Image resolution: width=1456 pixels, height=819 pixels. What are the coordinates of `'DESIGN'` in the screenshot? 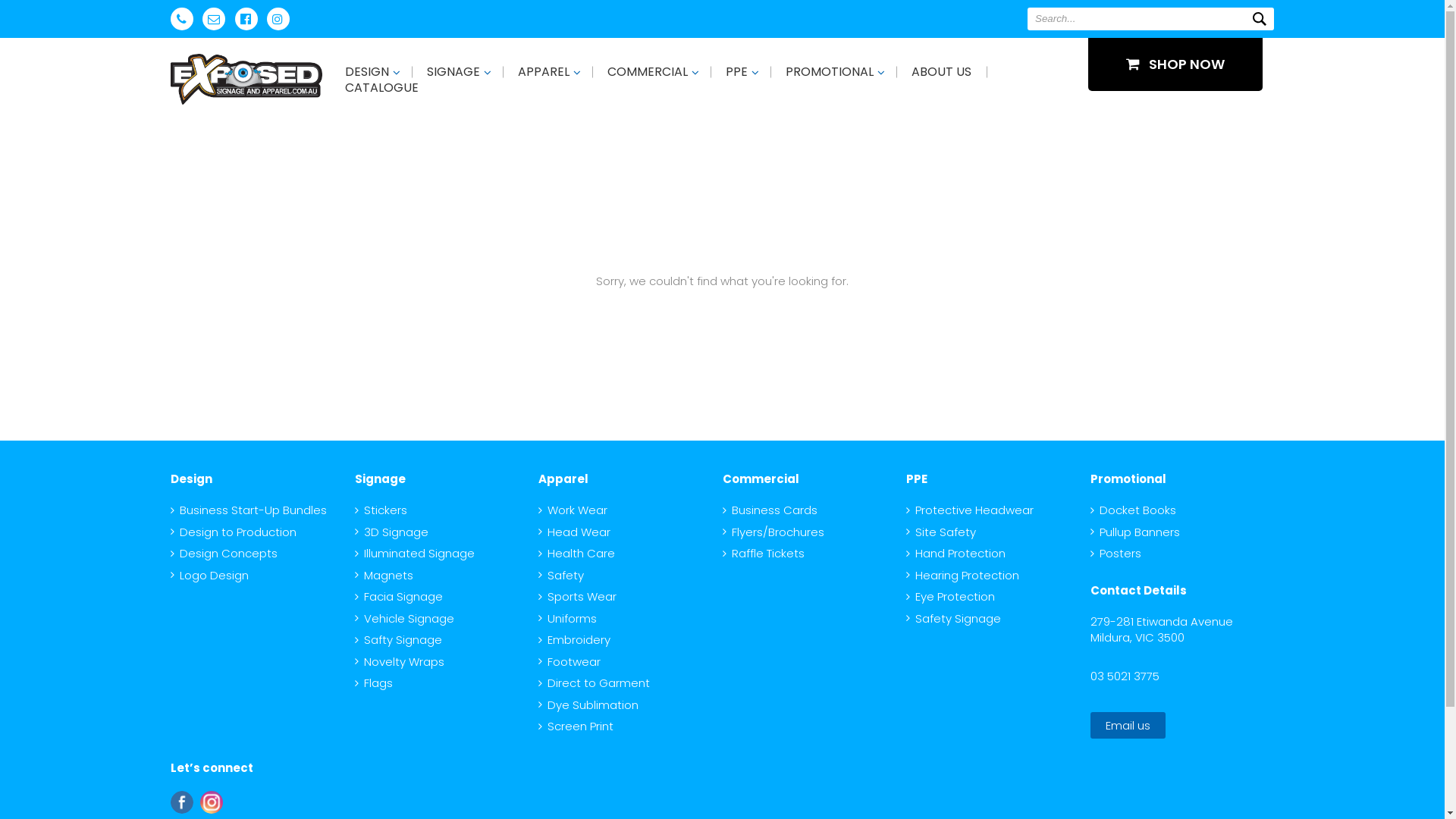 It's located at (367, 71).